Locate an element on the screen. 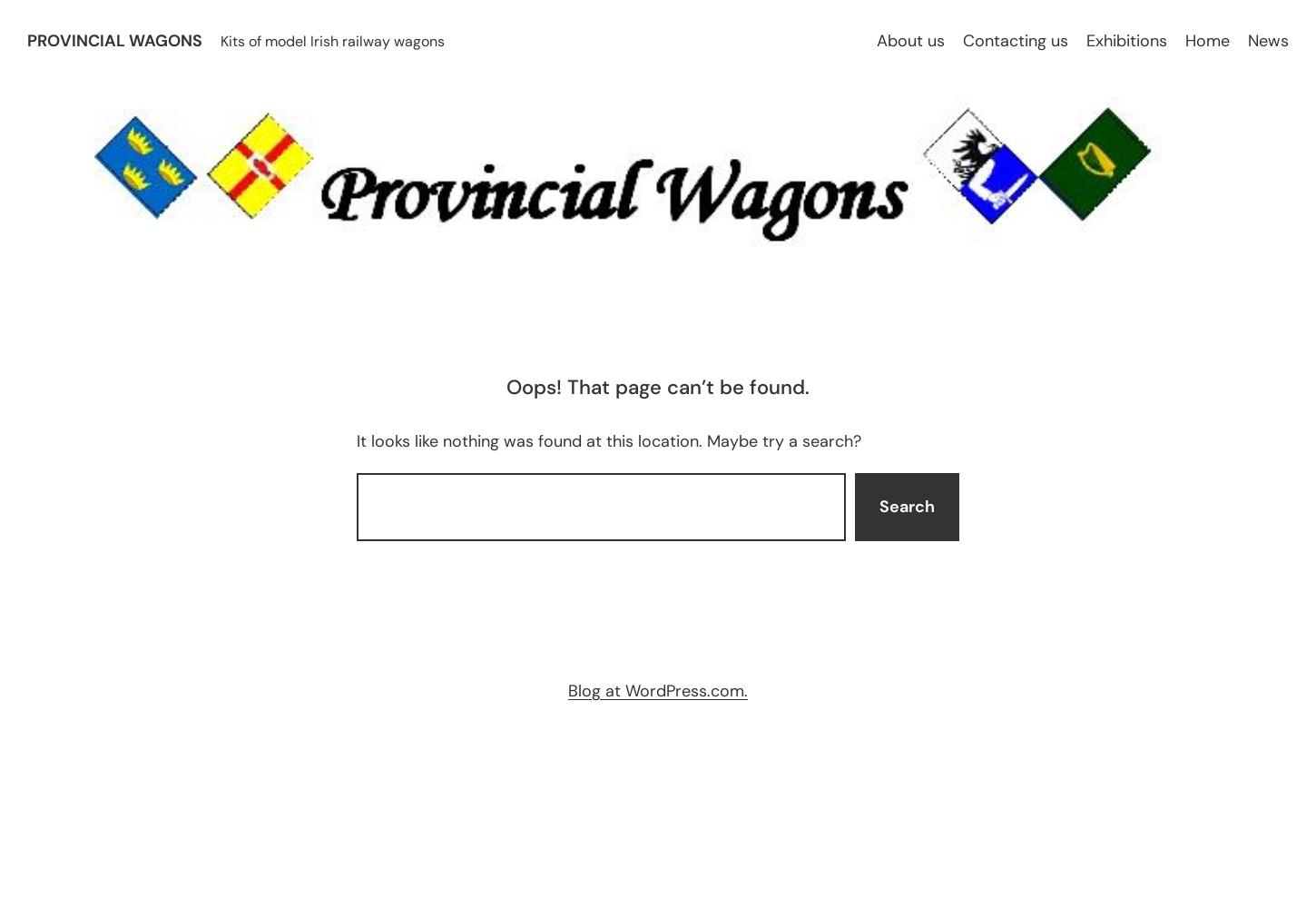  'About us' is located at coordinates (910, 41).